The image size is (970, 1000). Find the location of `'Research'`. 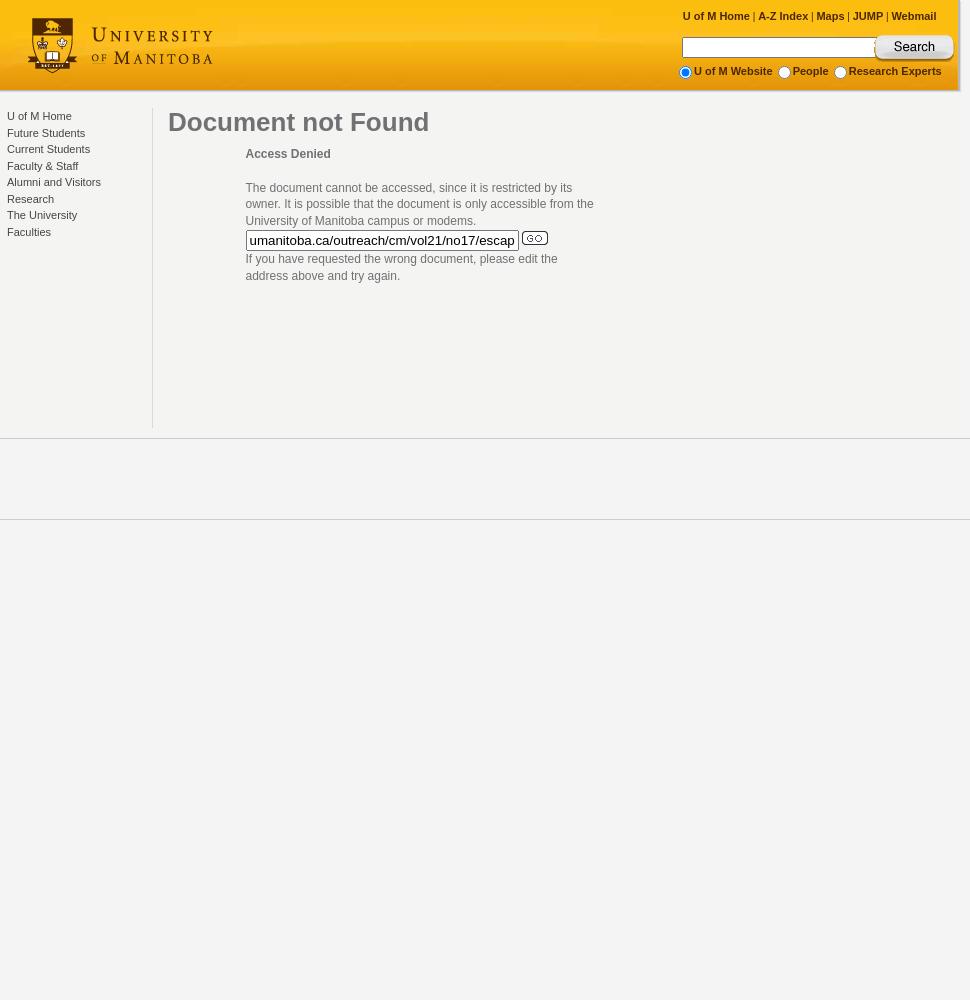

'Research' is located at coordinates (30, 197).